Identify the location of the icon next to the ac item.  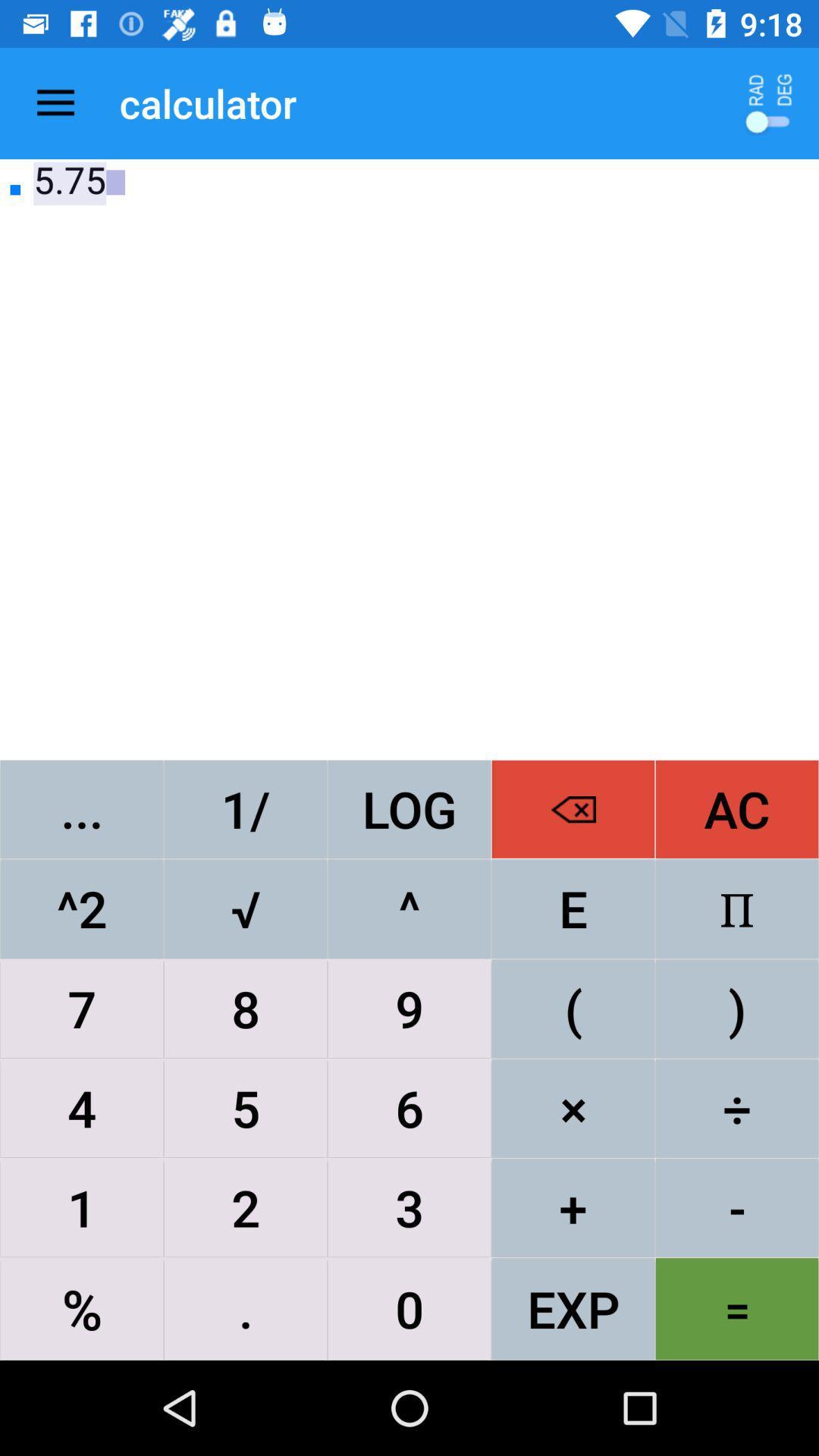
(573, 808).